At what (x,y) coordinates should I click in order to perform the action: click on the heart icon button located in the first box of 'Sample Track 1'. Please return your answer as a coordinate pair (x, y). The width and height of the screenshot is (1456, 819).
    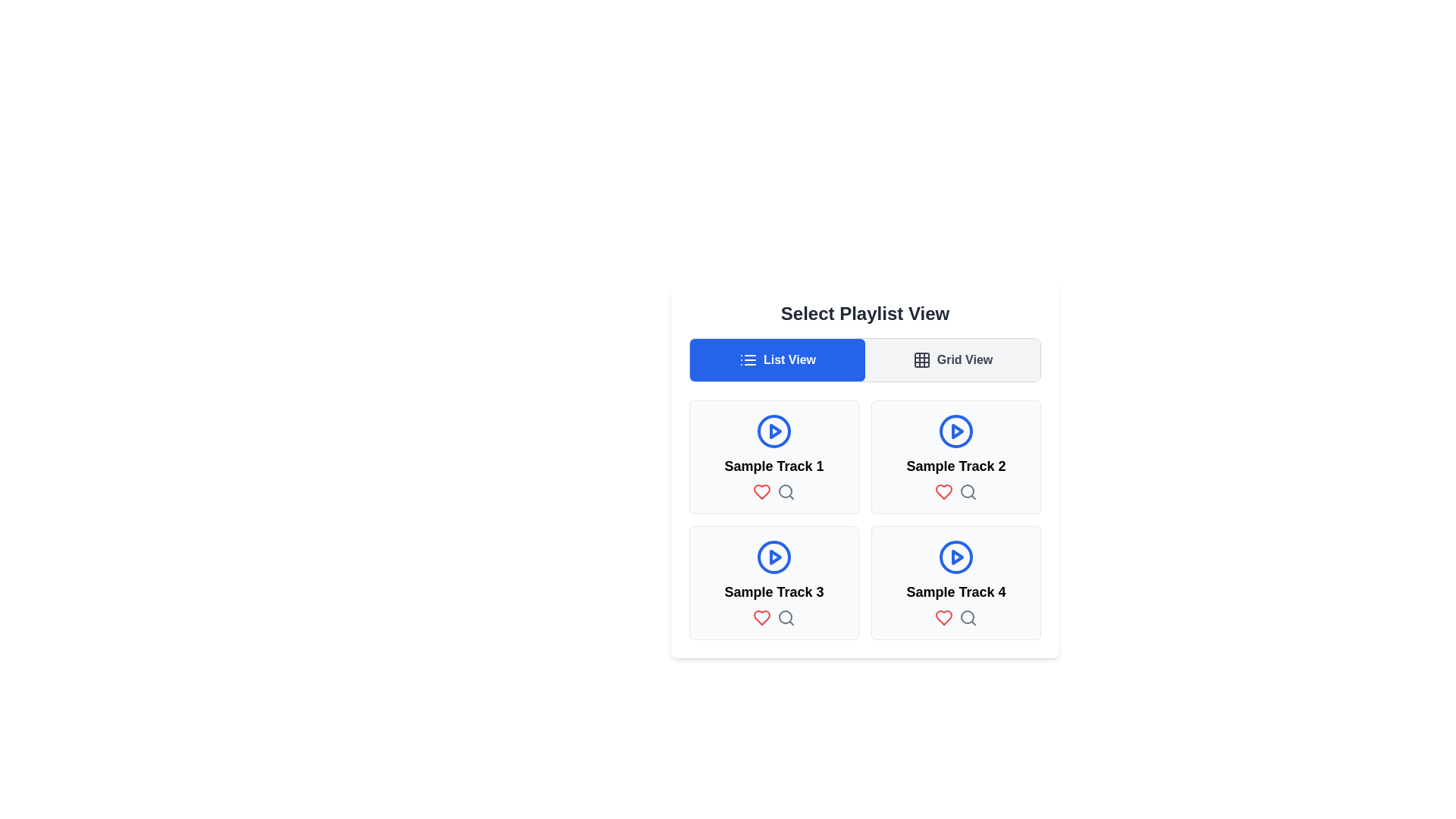
    Looking at the image, I should click on (761, 491).